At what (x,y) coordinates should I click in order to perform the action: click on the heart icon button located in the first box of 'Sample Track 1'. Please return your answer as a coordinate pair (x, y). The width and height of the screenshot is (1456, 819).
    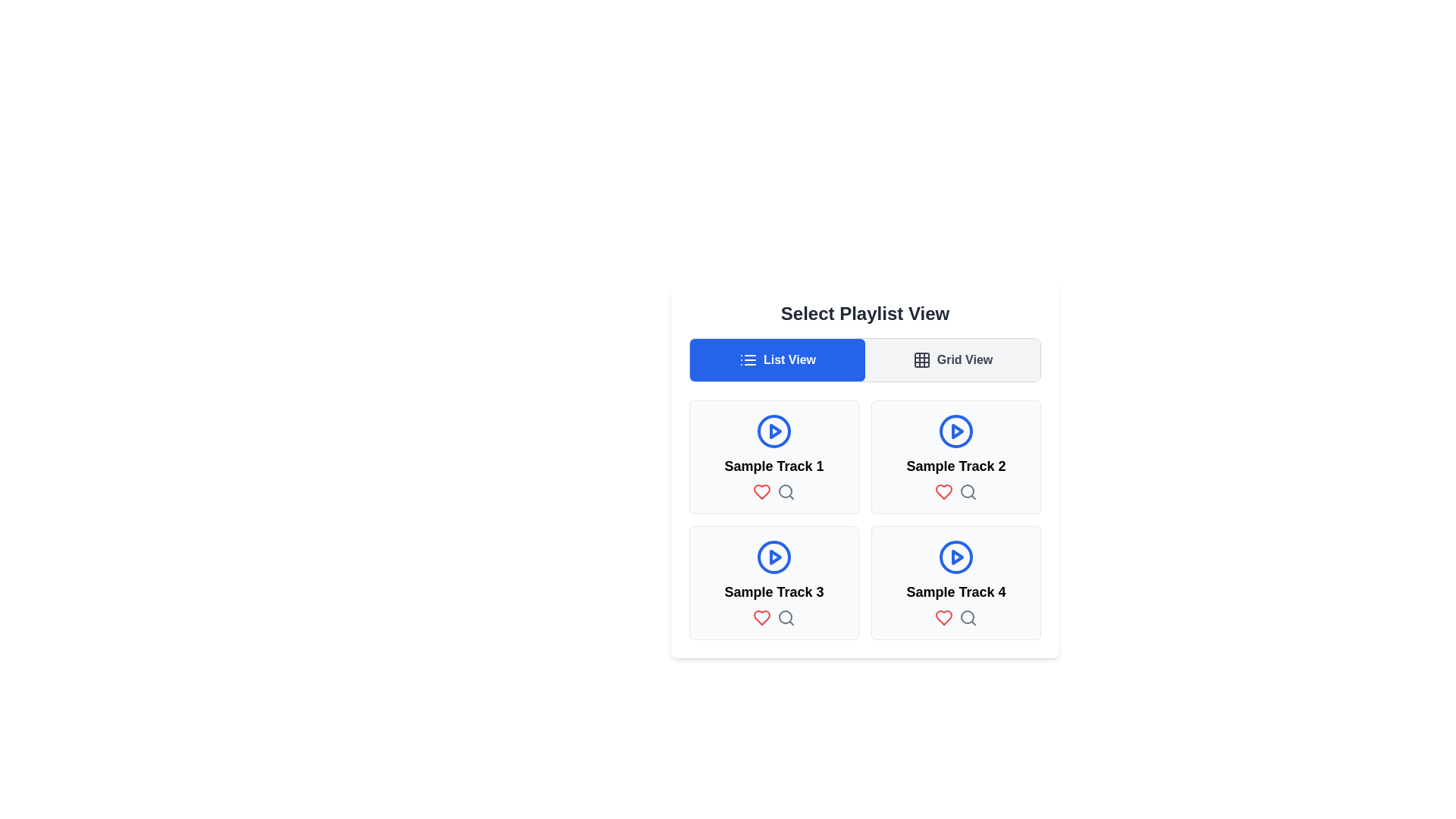
    Looking at the image, I should click on (761, 491).